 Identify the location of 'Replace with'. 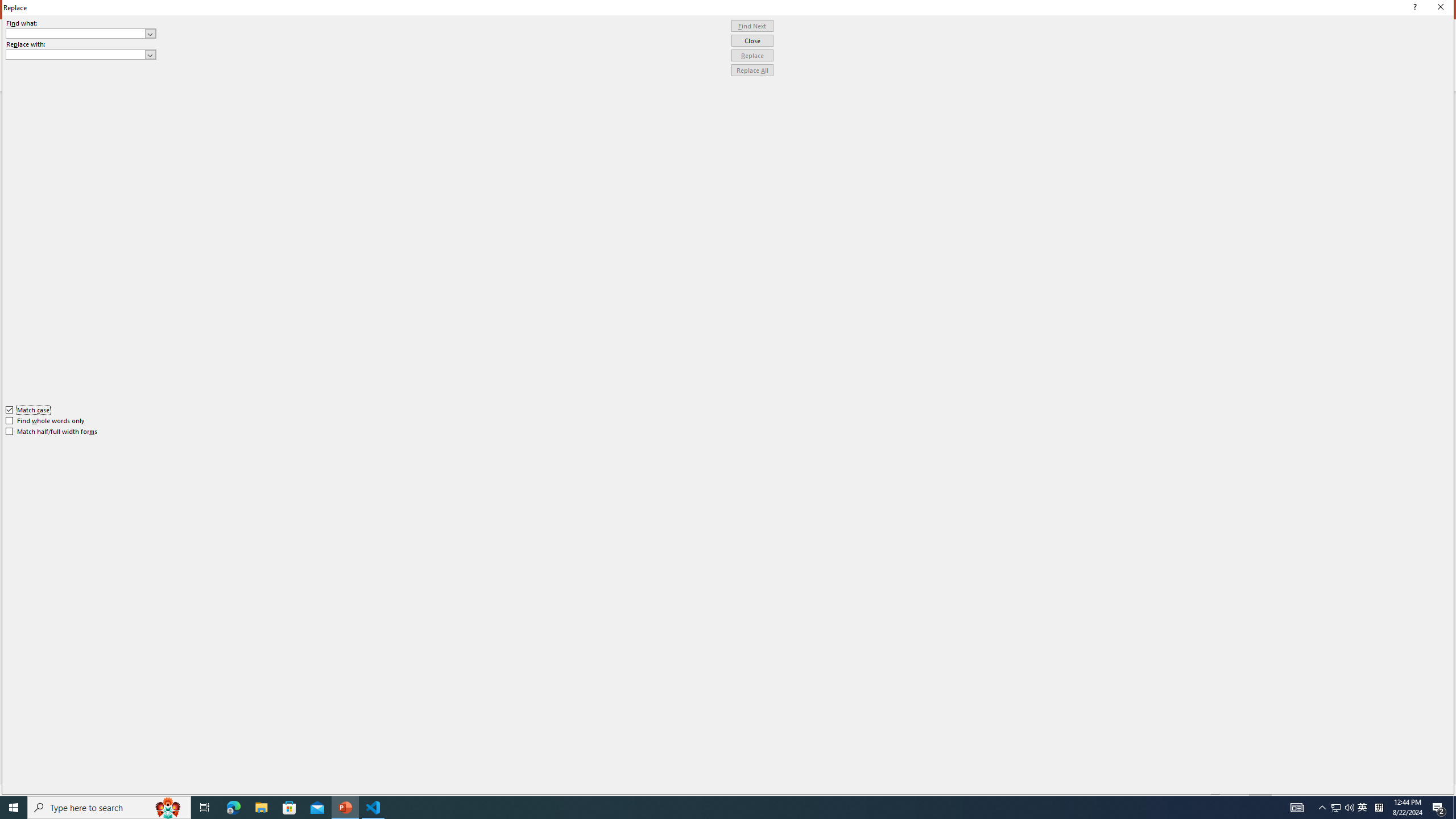
(76, 54).